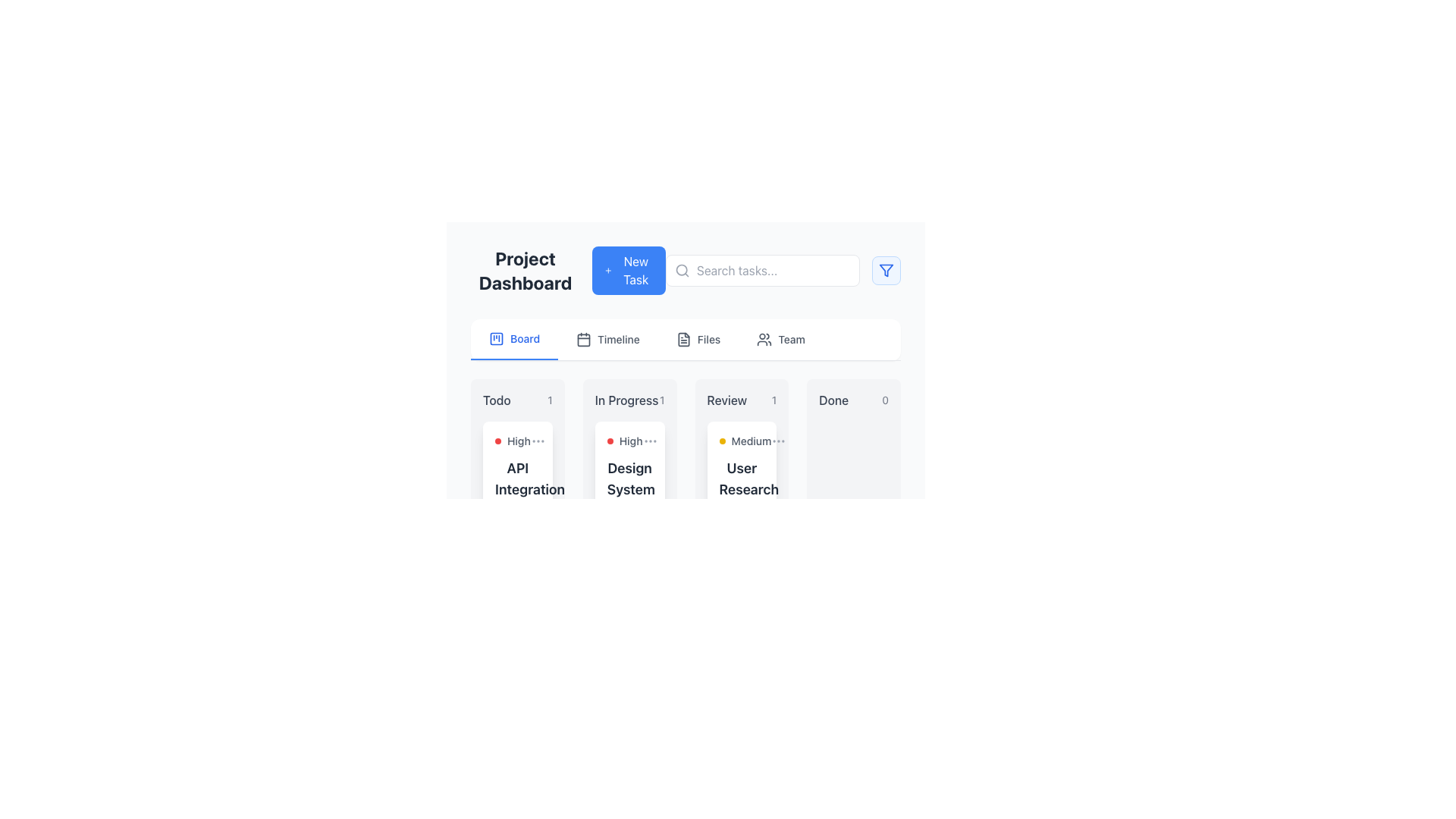 The image size is (1456, 819). Describe the element at coordinates (742, 441) in the screenshot. I see `the yellow indicator located at the top of the card under the 'Review' column` at that location.